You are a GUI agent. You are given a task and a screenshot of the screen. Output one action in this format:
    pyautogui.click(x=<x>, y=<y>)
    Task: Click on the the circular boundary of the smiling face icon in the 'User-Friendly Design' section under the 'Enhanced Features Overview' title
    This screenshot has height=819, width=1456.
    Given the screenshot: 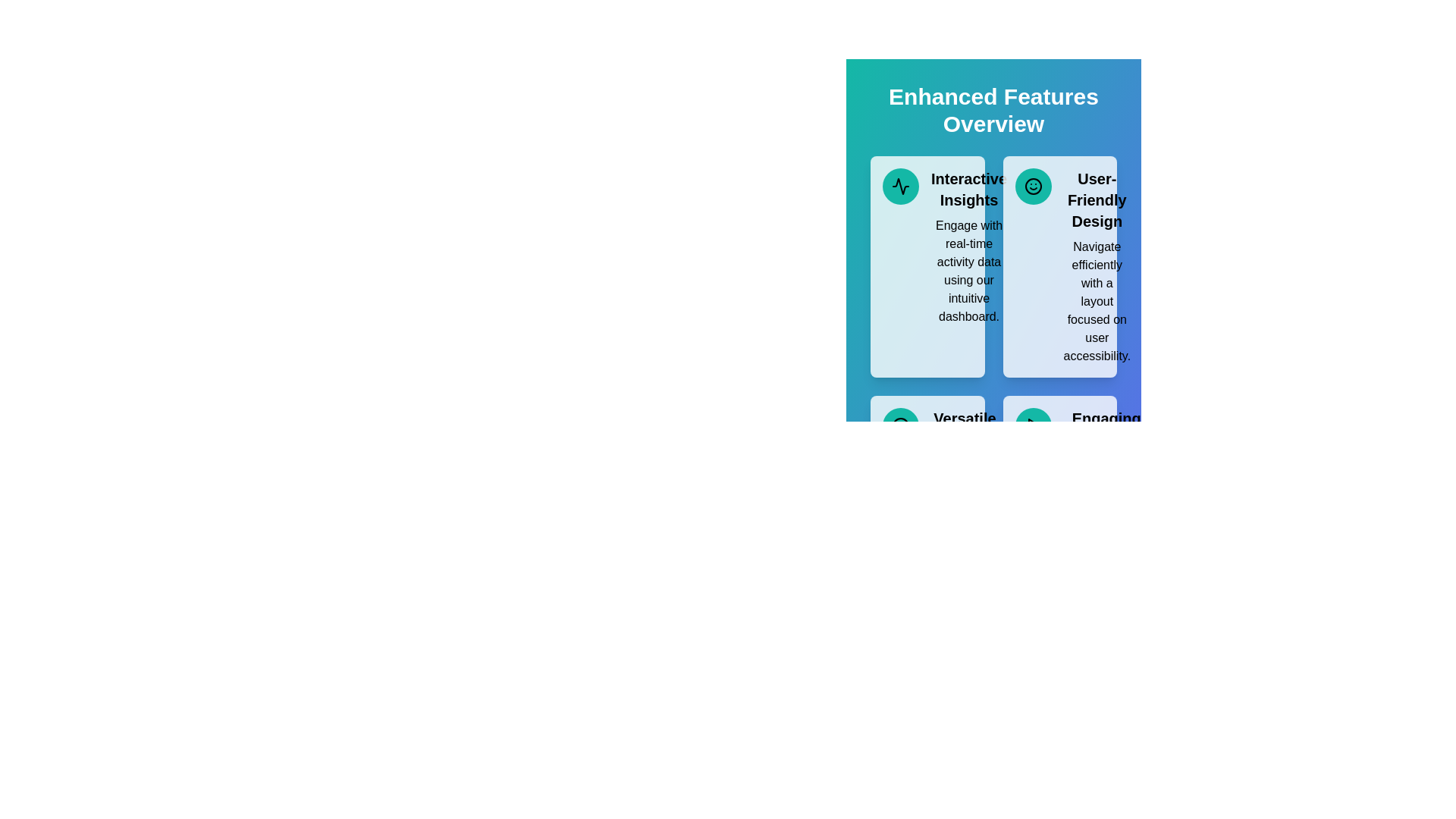 What is the action you would take?
    pyautogui.click(x=1032, y=186)
    